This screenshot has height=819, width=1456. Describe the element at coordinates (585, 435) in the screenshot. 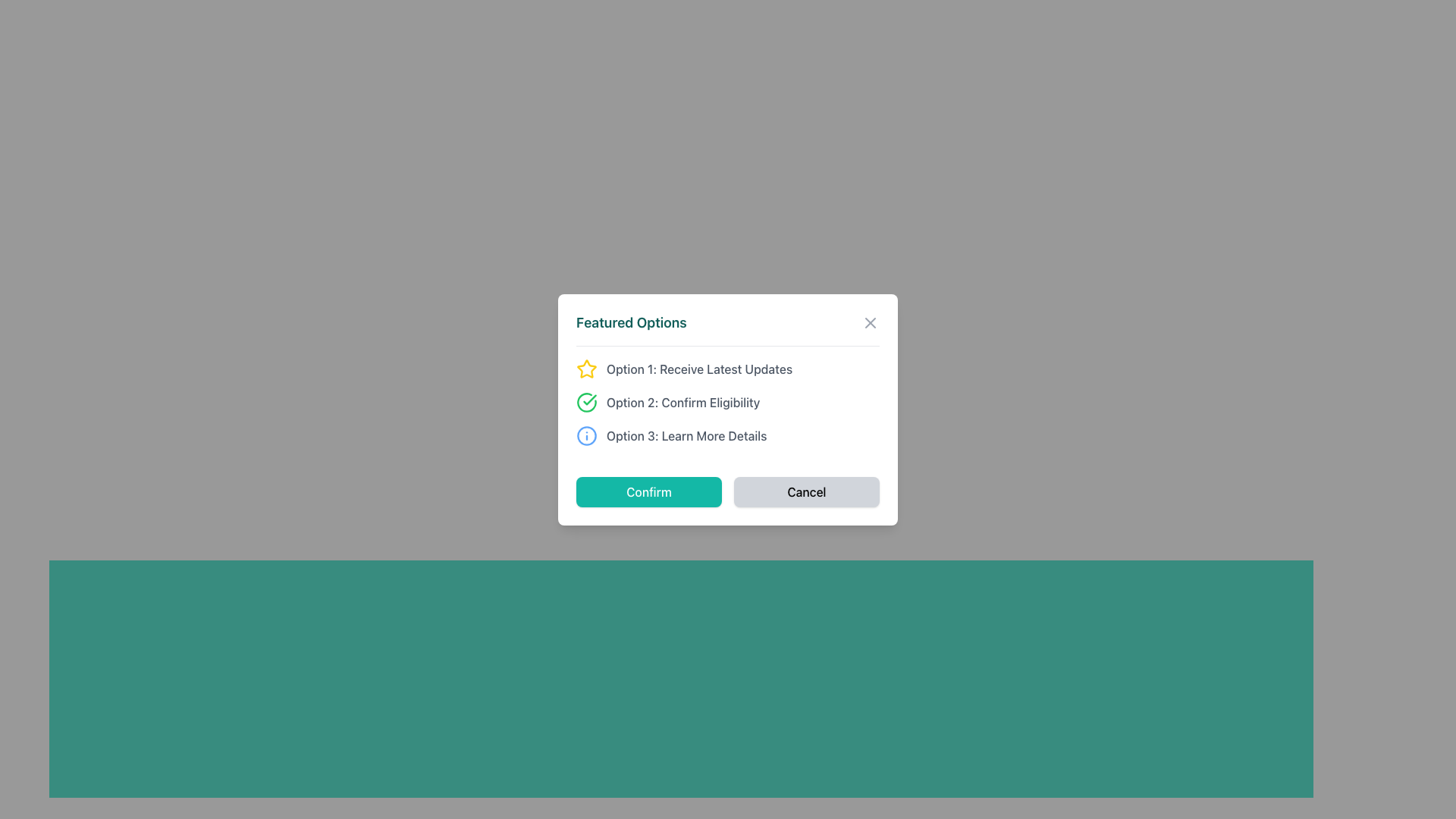

I see `the outermost circular shape of the blue 'info' icon component located at the top-right region of the modal dialog box` at that location.